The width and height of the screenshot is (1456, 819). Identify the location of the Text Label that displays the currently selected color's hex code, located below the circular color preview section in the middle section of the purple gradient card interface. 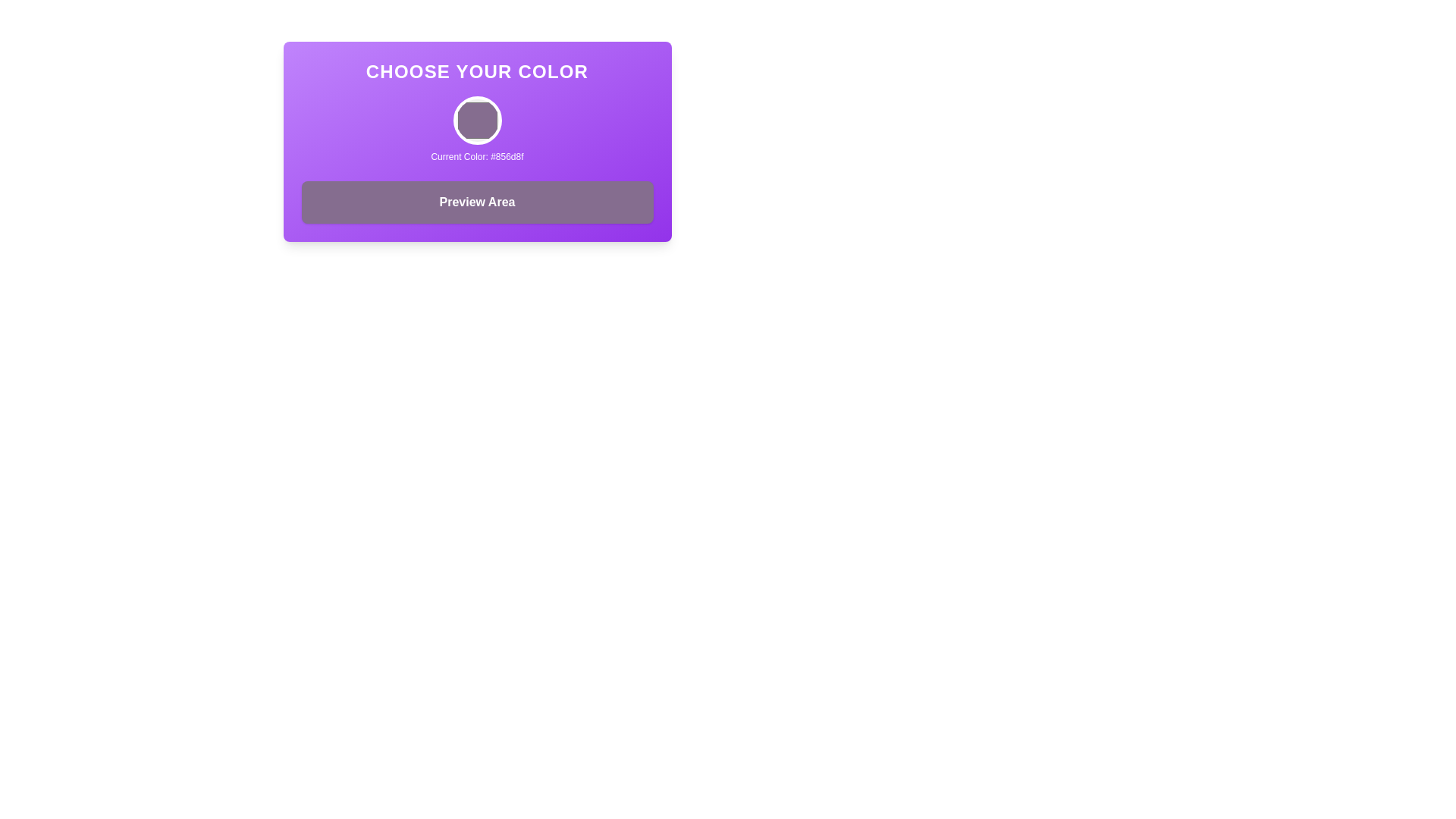
(476, 157).